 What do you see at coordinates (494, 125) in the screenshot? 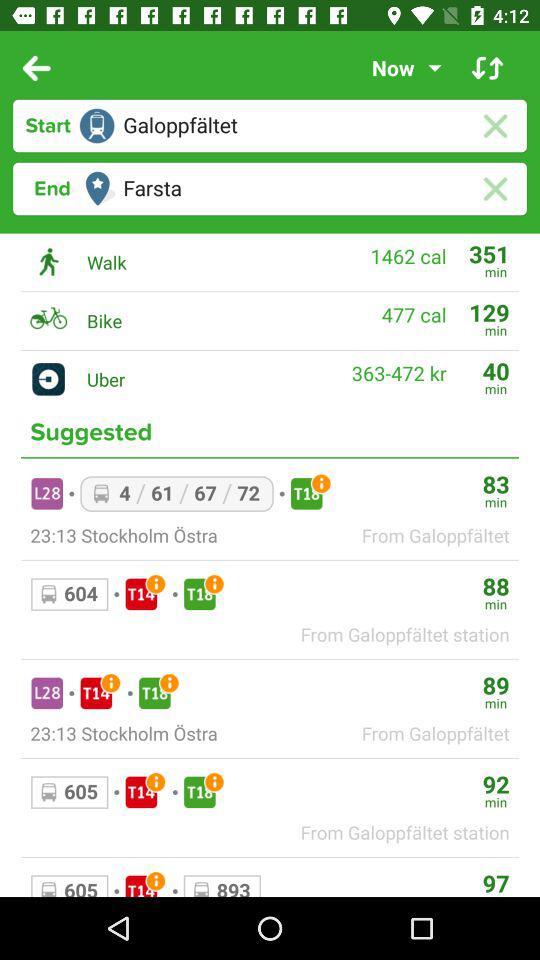
I see `the file` at bounding box center [494, 125].